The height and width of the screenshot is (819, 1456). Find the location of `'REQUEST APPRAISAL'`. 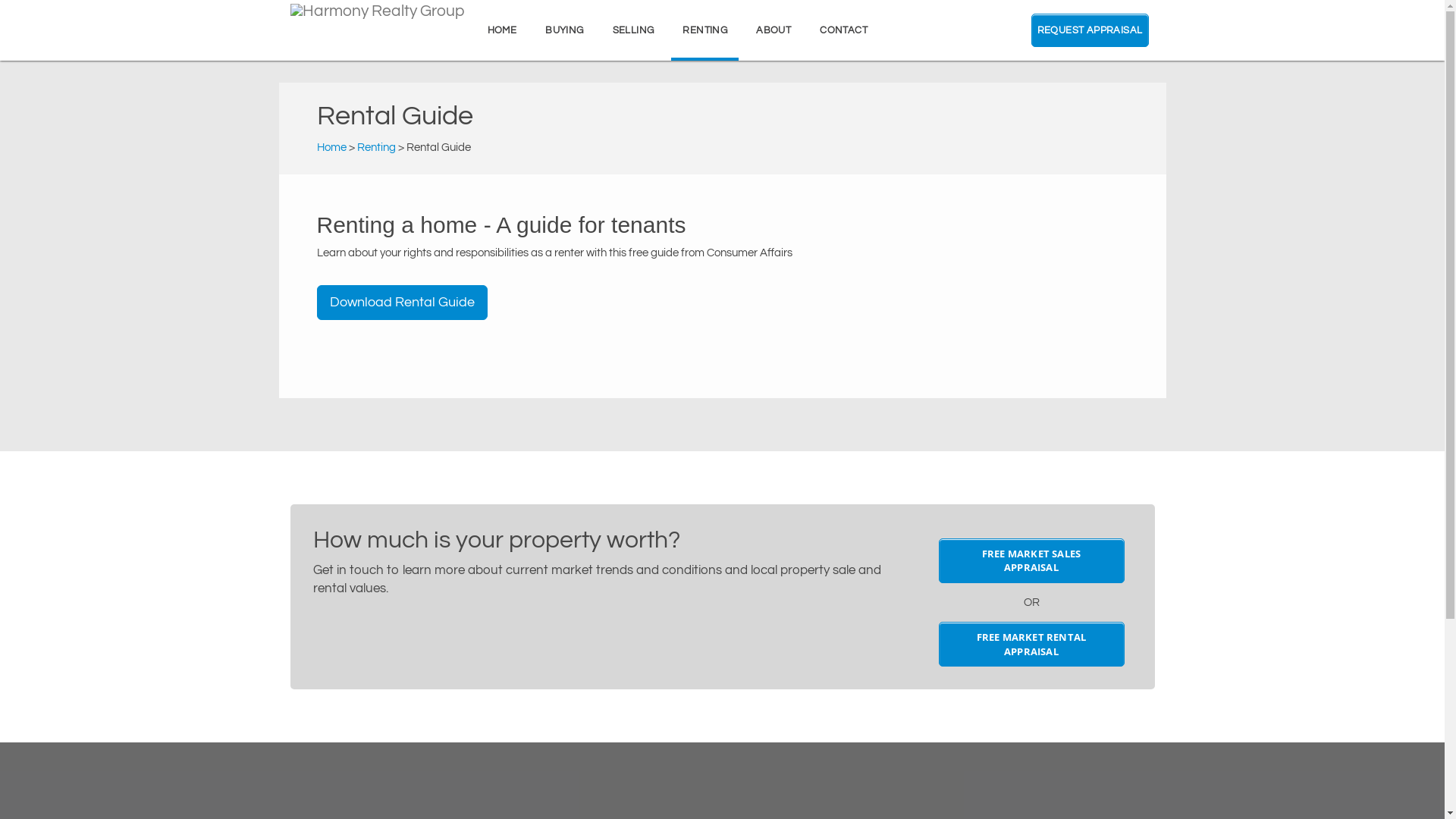

'REQUEST APPRAISAL' is located at coordinates (1089, 30).